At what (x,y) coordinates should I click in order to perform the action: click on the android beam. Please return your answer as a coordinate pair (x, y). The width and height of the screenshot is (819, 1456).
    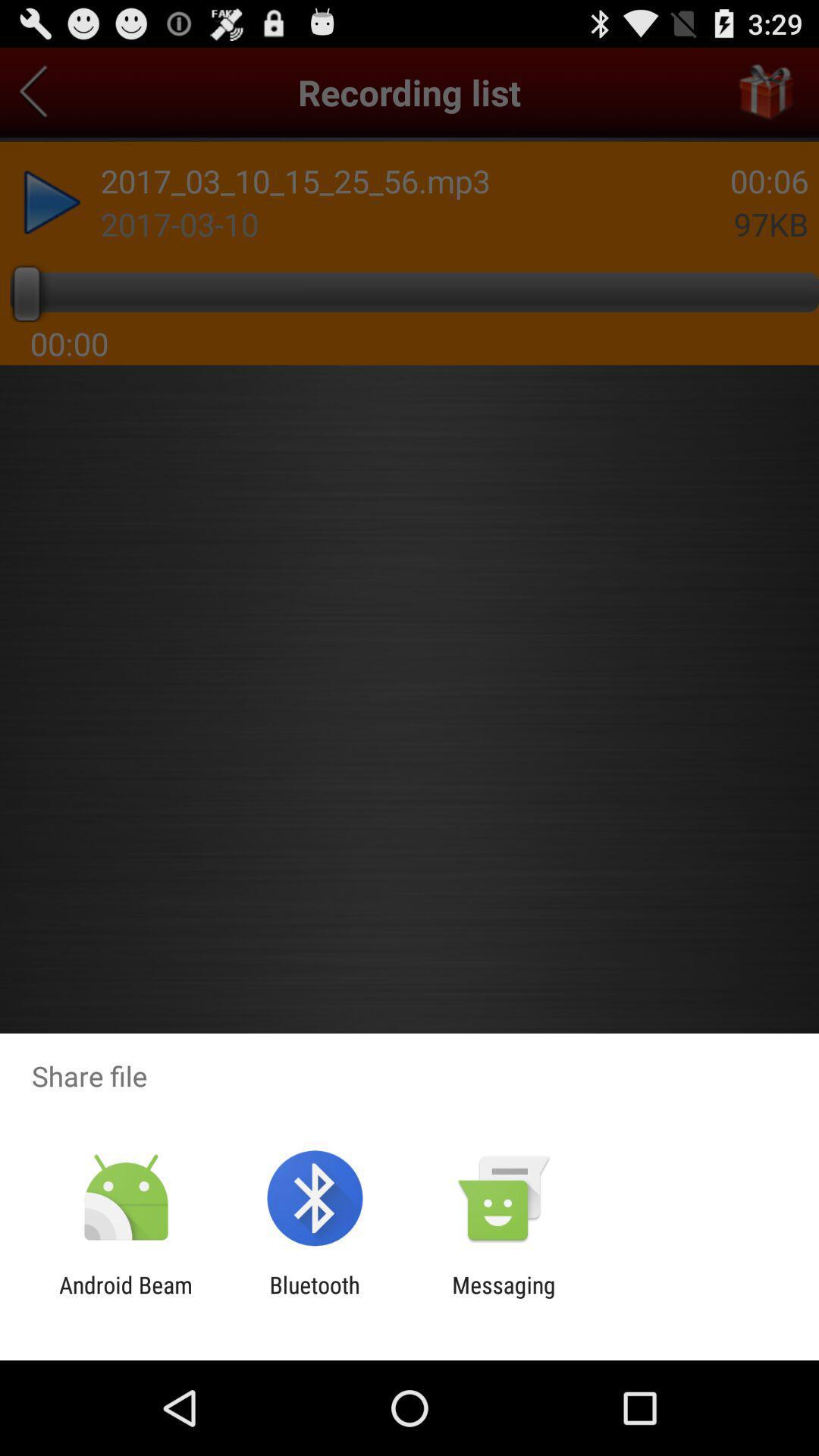
    Looking at the image, I should click on (125, 1298).